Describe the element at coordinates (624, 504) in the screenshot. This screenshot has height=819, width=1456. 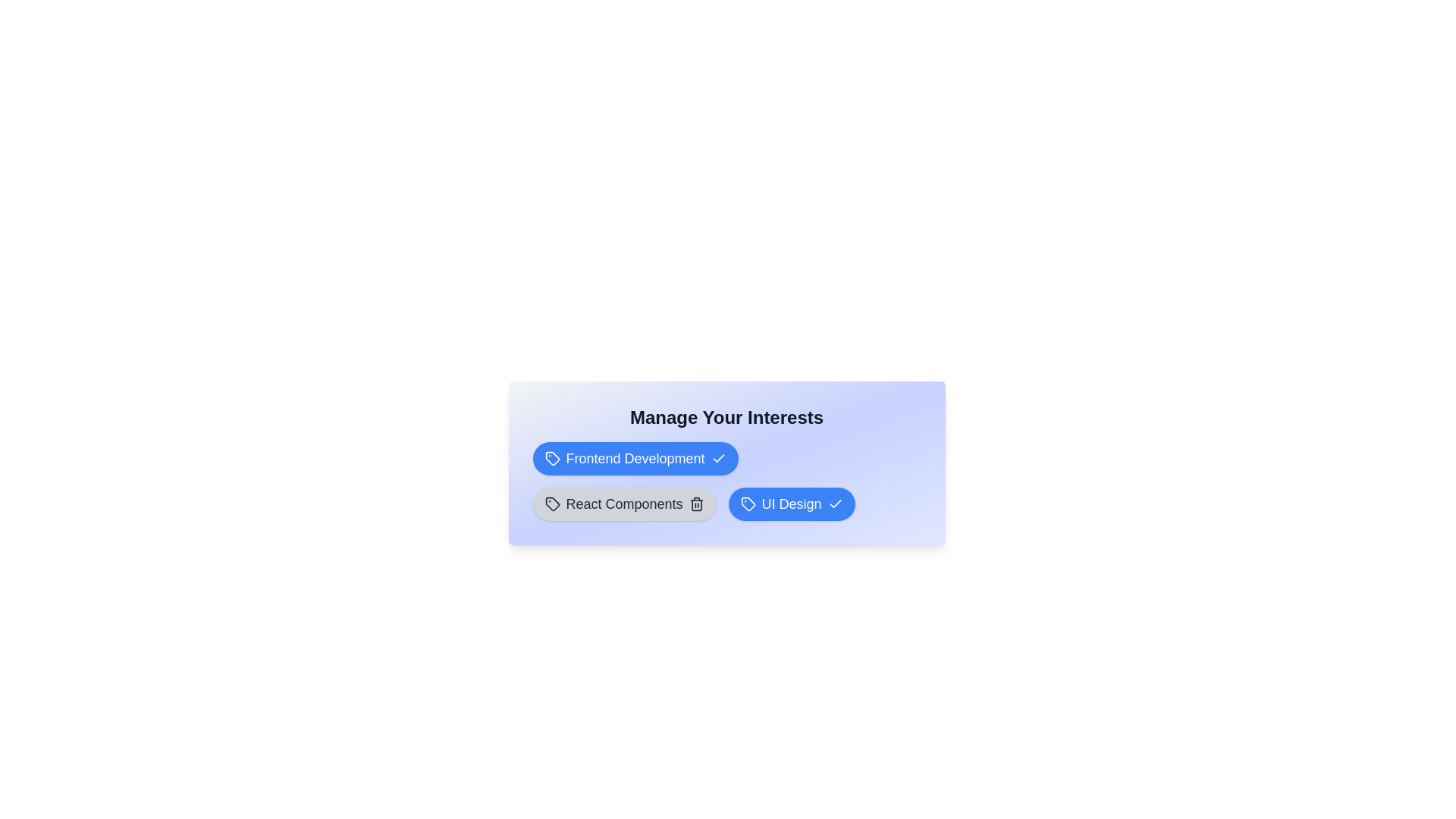
I see `the tag labeled 'React Components'` at that location.